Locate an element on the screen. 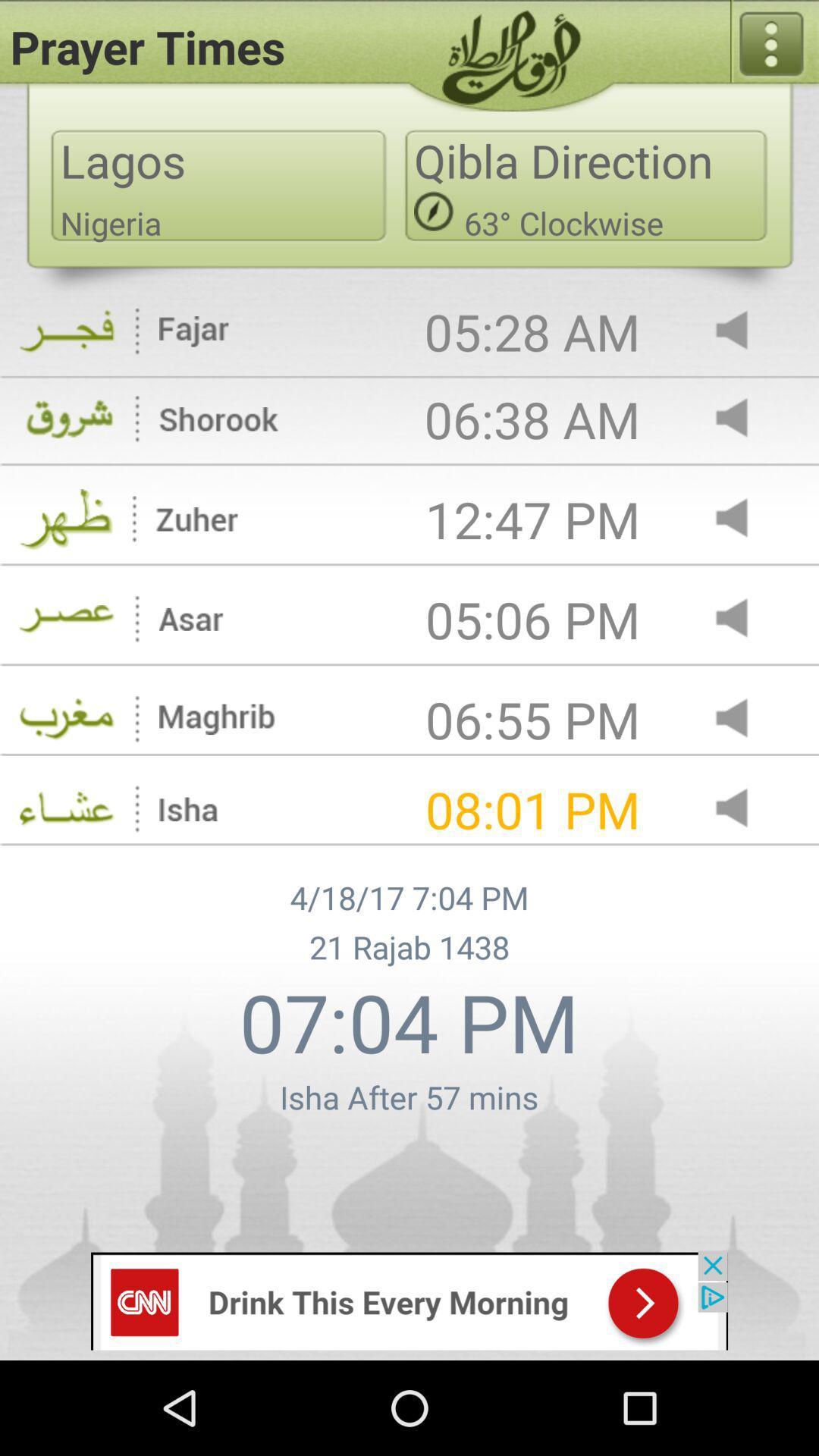 Image resolution: width=819 pixels, height=1456 pixels. advertisement banner is located at coordinates (409, 1299).